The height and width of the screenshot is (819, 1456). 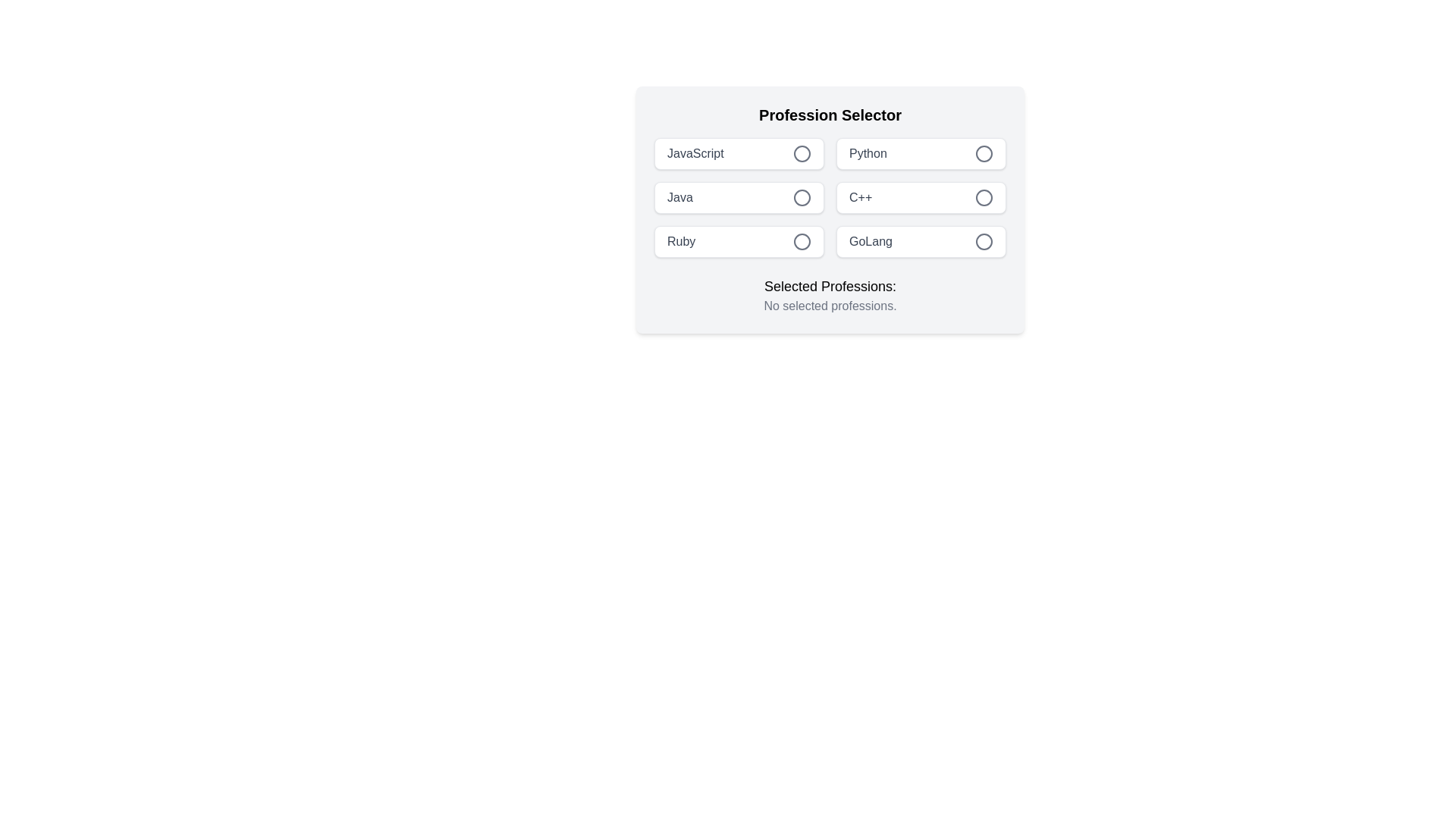 I want to click on the inner circle of the radio button indicator next to the label 'Python' in the selection grid, so click(x=984, y=154).